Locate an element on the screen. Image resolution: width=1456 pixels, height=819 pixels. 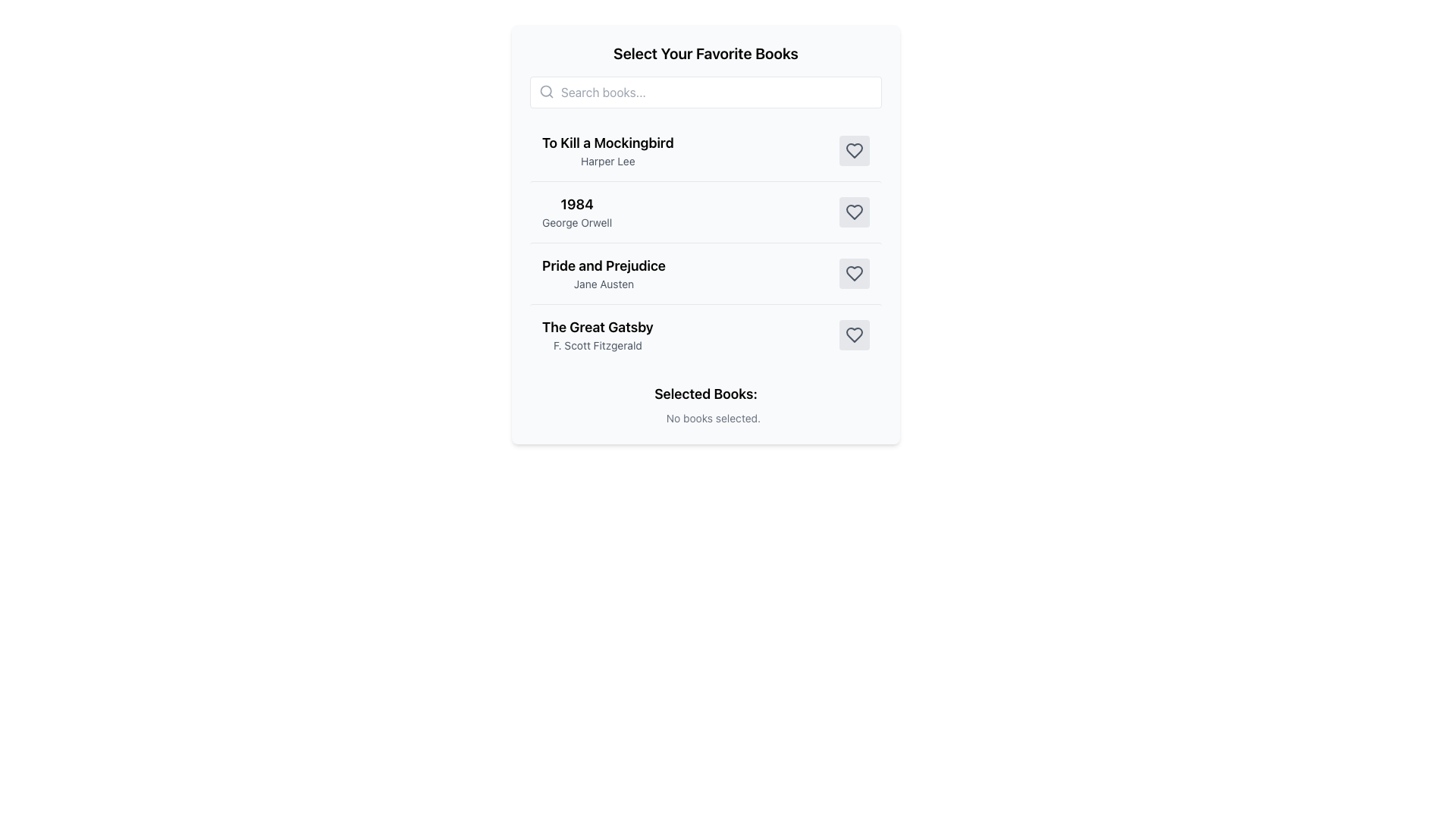
the text block displaying the title and author of 'Pride and Prejudice' by Jane Austen is located at coordinates (603, 274).